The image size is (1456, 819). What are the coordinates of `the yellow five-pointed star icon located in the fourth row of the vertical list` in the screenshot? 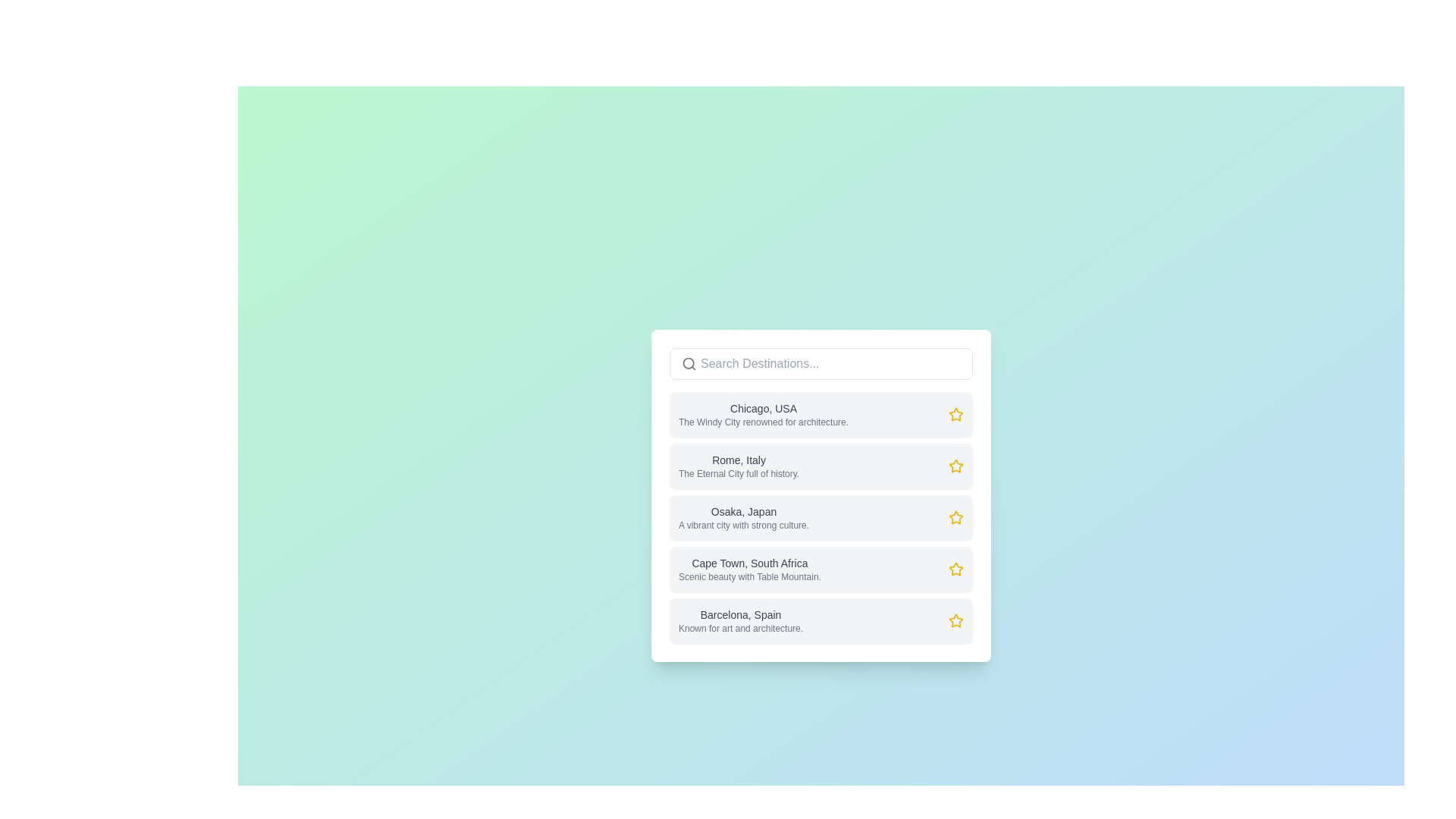 It's located at (954, 568).